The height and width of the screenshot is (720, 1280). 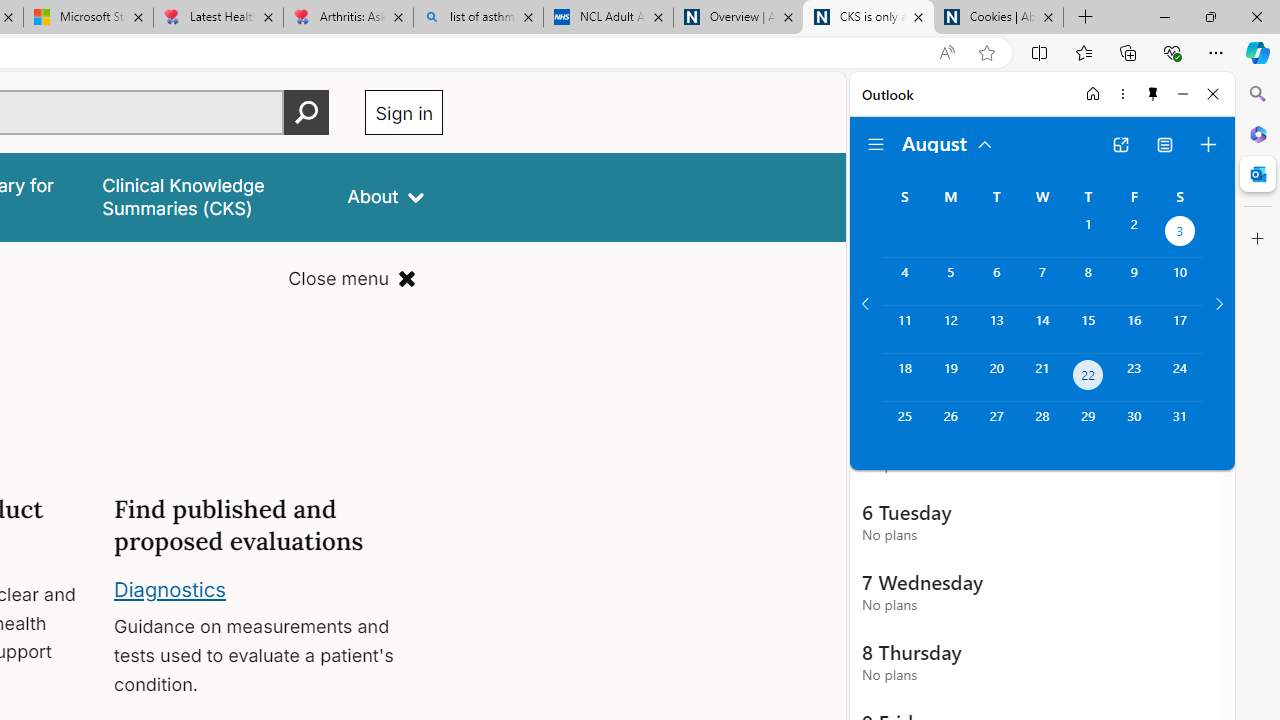 I want to click on 'Tuesday, August 27, 2024. ', so click(x=996, y=424).